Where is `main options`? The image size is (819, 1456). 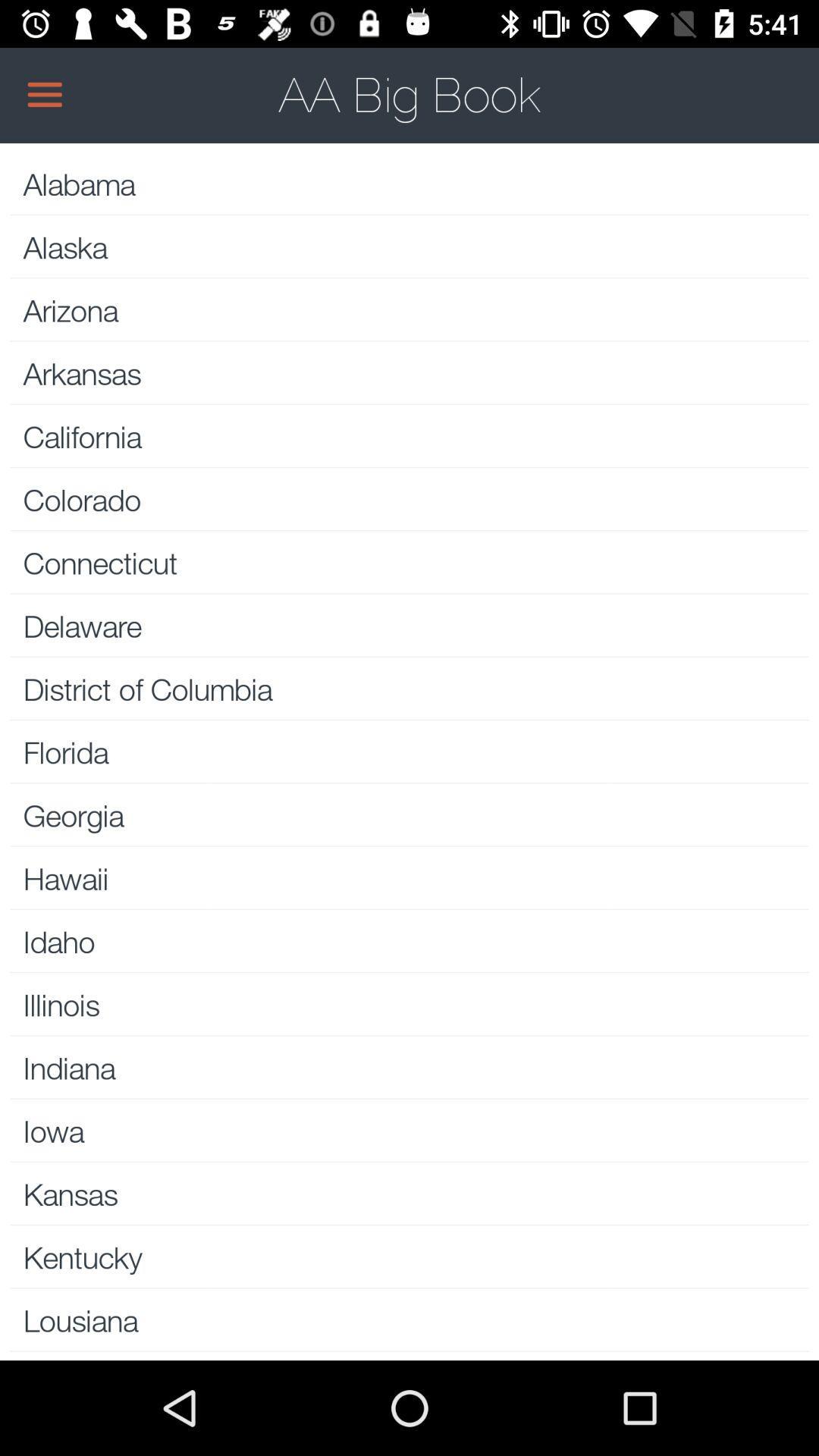 main options is located at coordinates (409, 94).